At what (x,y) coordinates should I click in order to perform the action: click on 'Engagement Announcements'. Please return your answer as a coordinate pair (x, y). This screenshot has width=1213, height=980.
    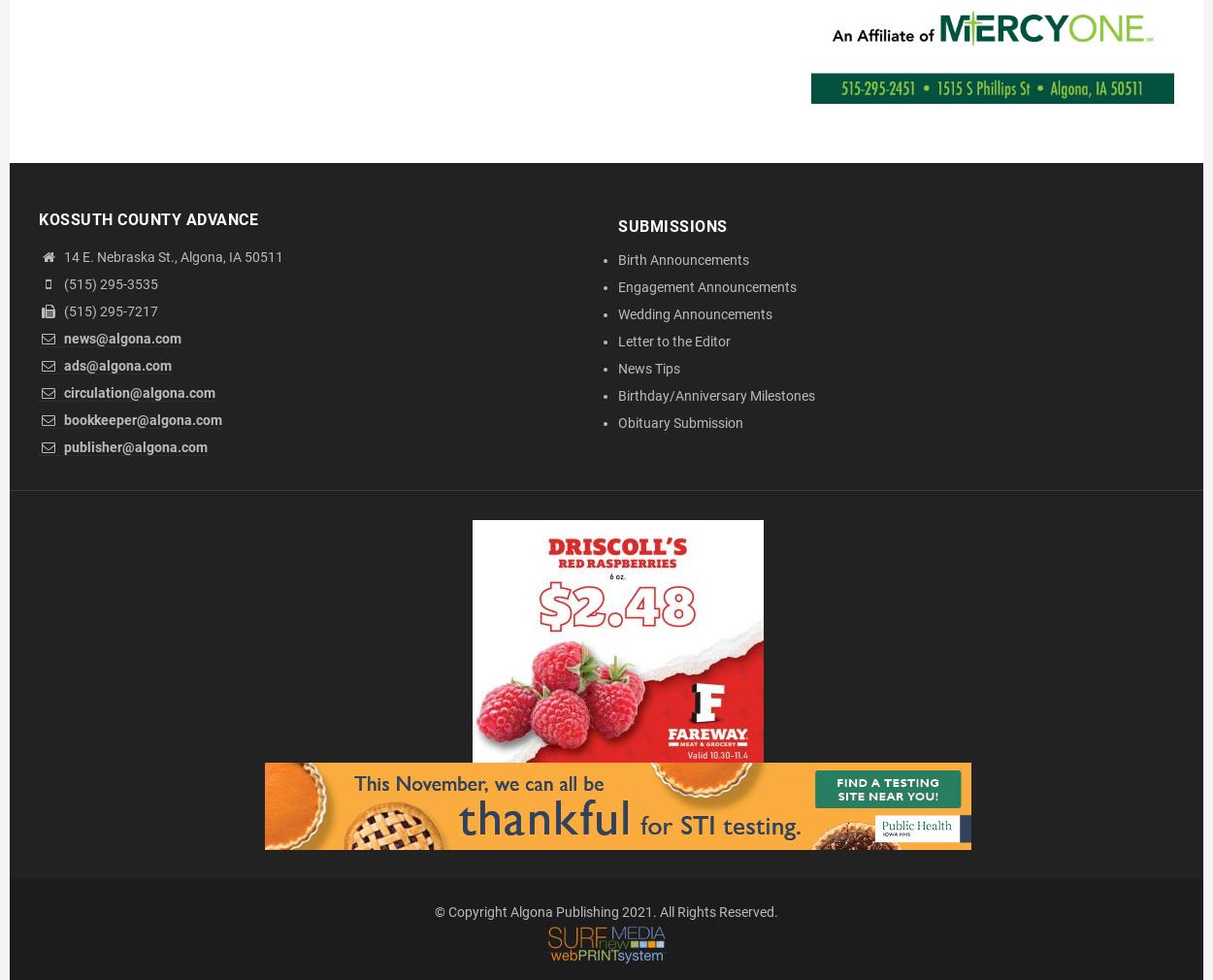
    Looking at the image, I should click on (706, 286).